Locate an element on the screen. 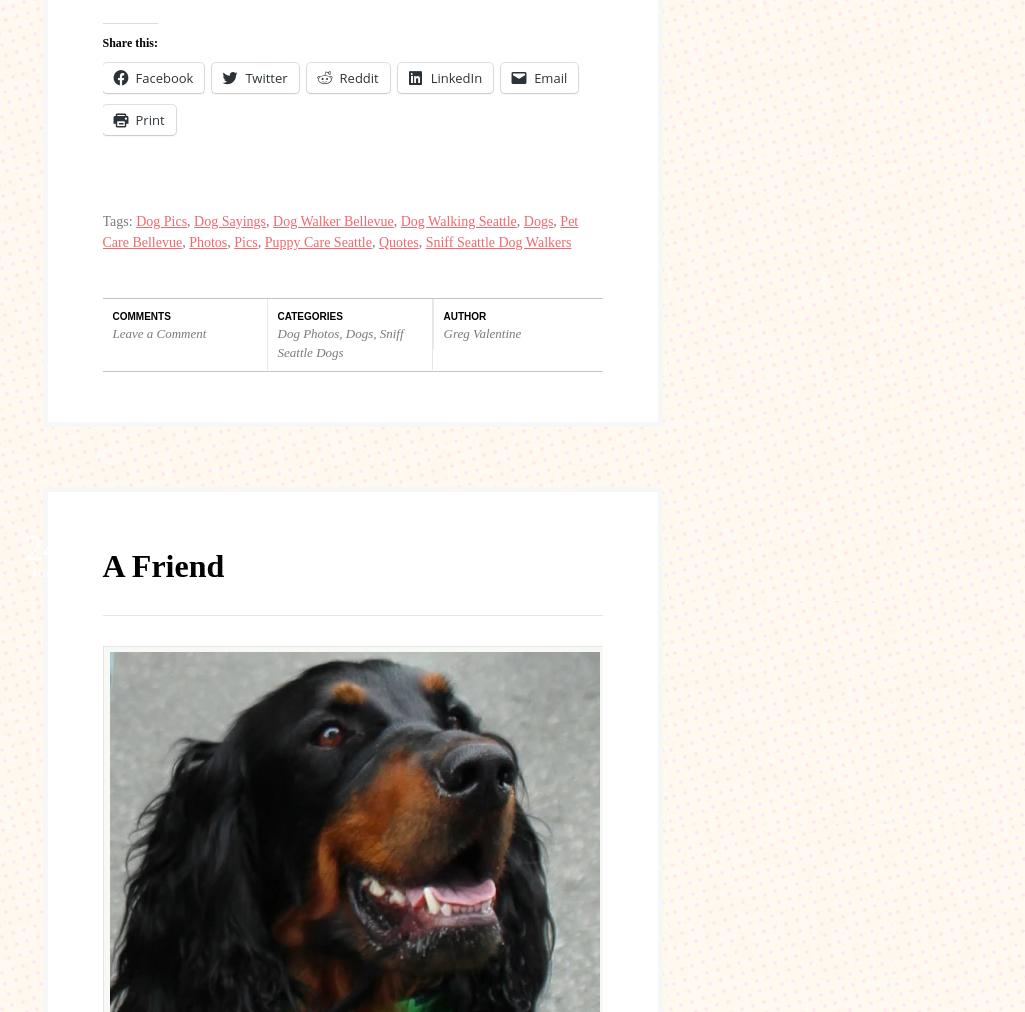  'Dog Walker Bellevue' is located at coordinates (332, 220).